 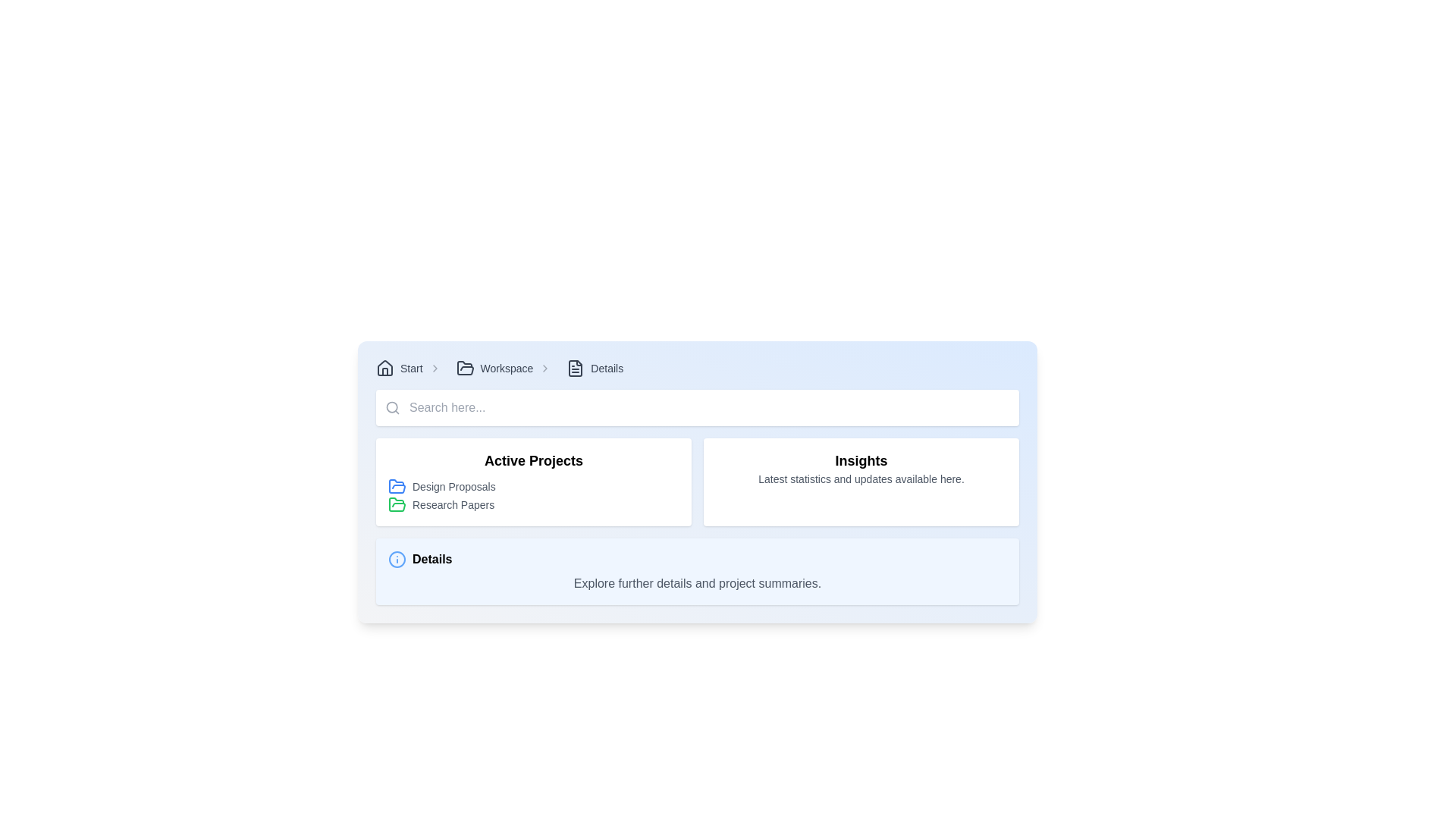 What do you see at coordinates (399, 369) in the screenshot?
I see `the interactive link with a house icon and the text 'Start'` at bounding box center [399, 369].